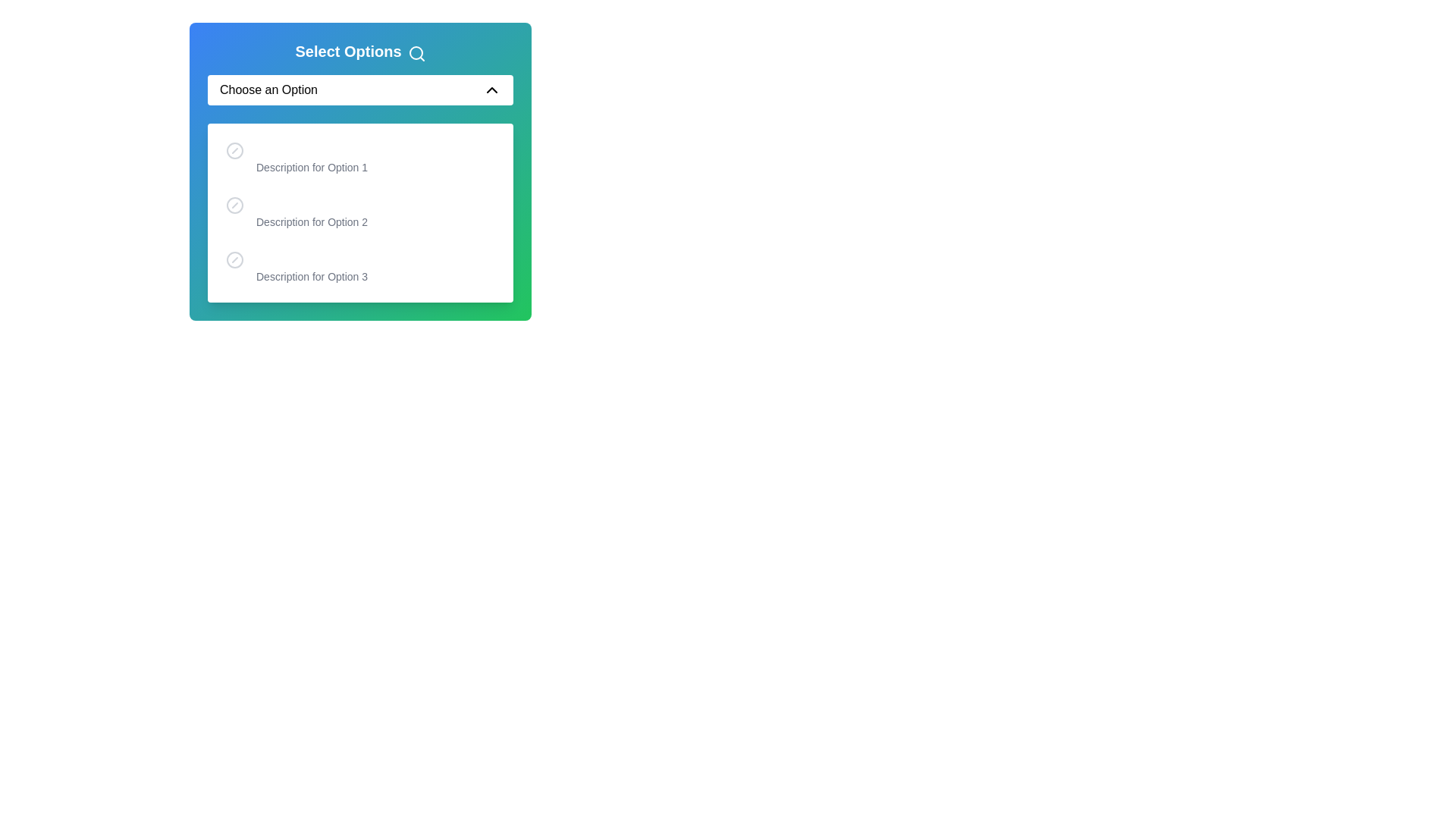 This screenshot has width=1456, height=819. What do you see at coordinates (234, 259) in the screenshot?
I see `the circular icon with a gray border in the third option of the dropdown selection list` at bounding box center [234, 259].